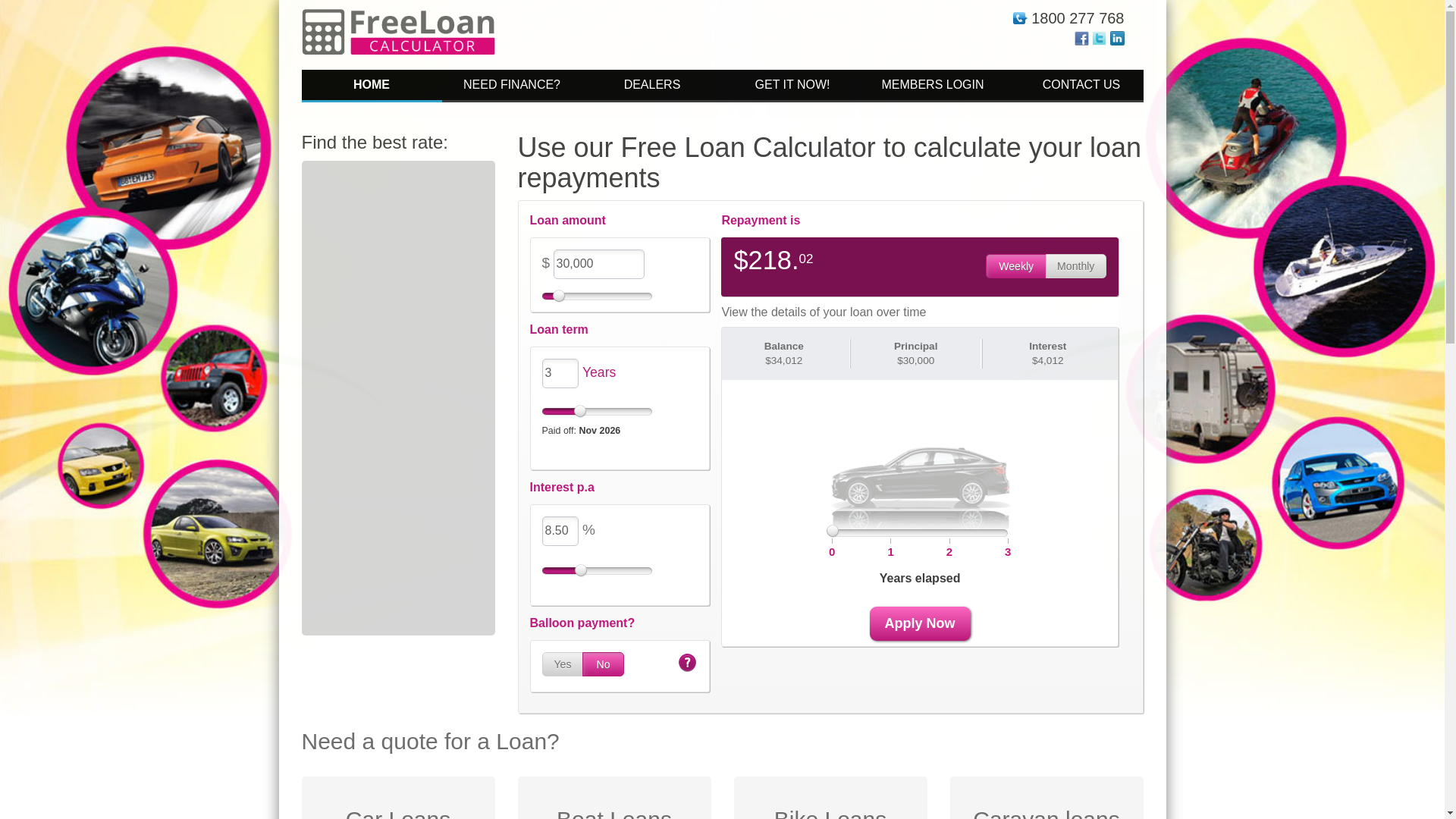 This screenshot has height=819, width=1456. What do you see at coordinates (1081, 36) in the screenshot?
I see `'Facebook'` at bounding box center [1081, 36].